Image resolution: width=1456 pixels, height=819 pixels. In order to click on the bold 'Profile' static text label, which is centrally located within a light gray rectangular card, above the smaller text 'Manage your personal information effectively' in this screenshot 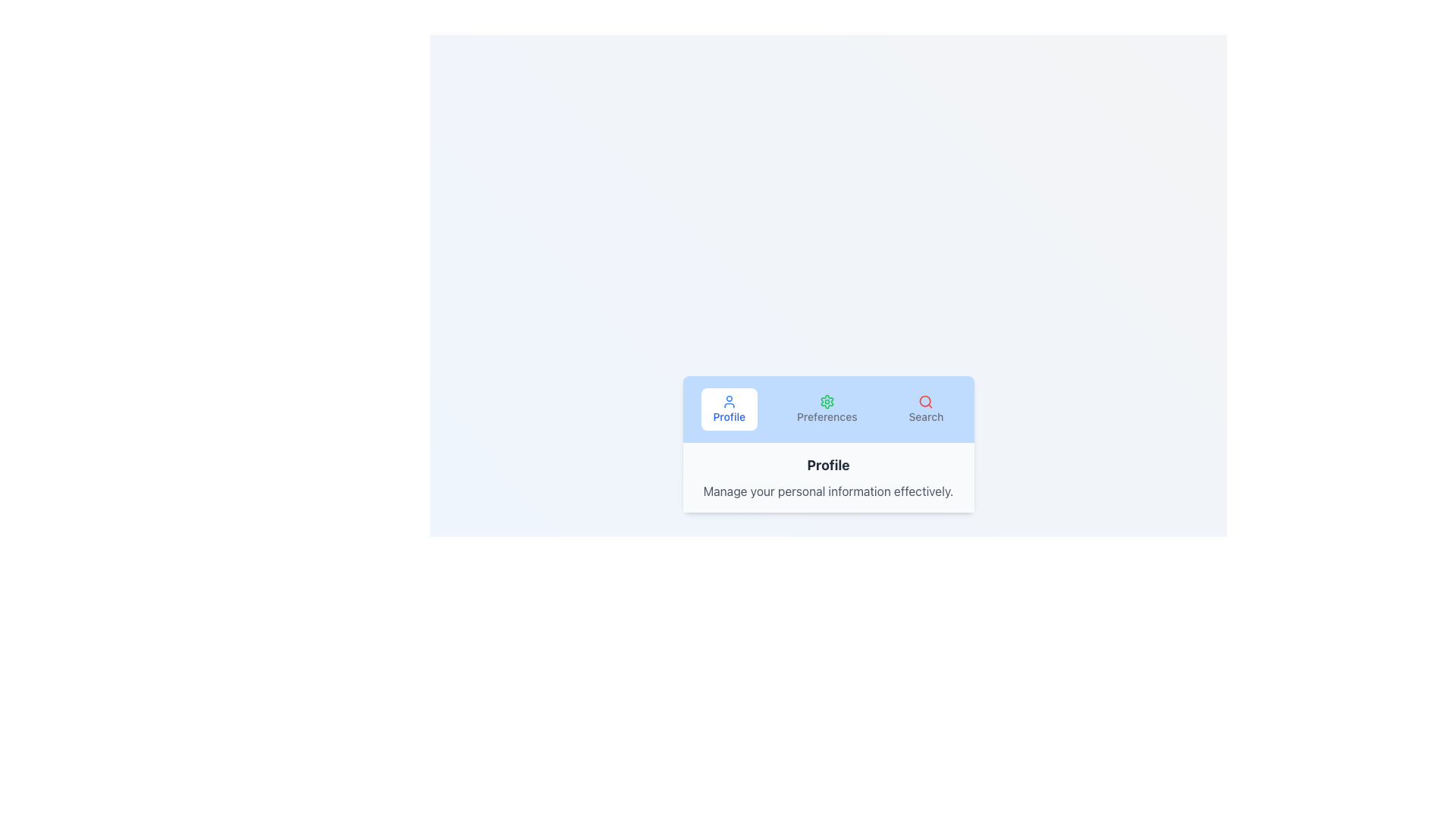, I will do `click(827, 464)`.